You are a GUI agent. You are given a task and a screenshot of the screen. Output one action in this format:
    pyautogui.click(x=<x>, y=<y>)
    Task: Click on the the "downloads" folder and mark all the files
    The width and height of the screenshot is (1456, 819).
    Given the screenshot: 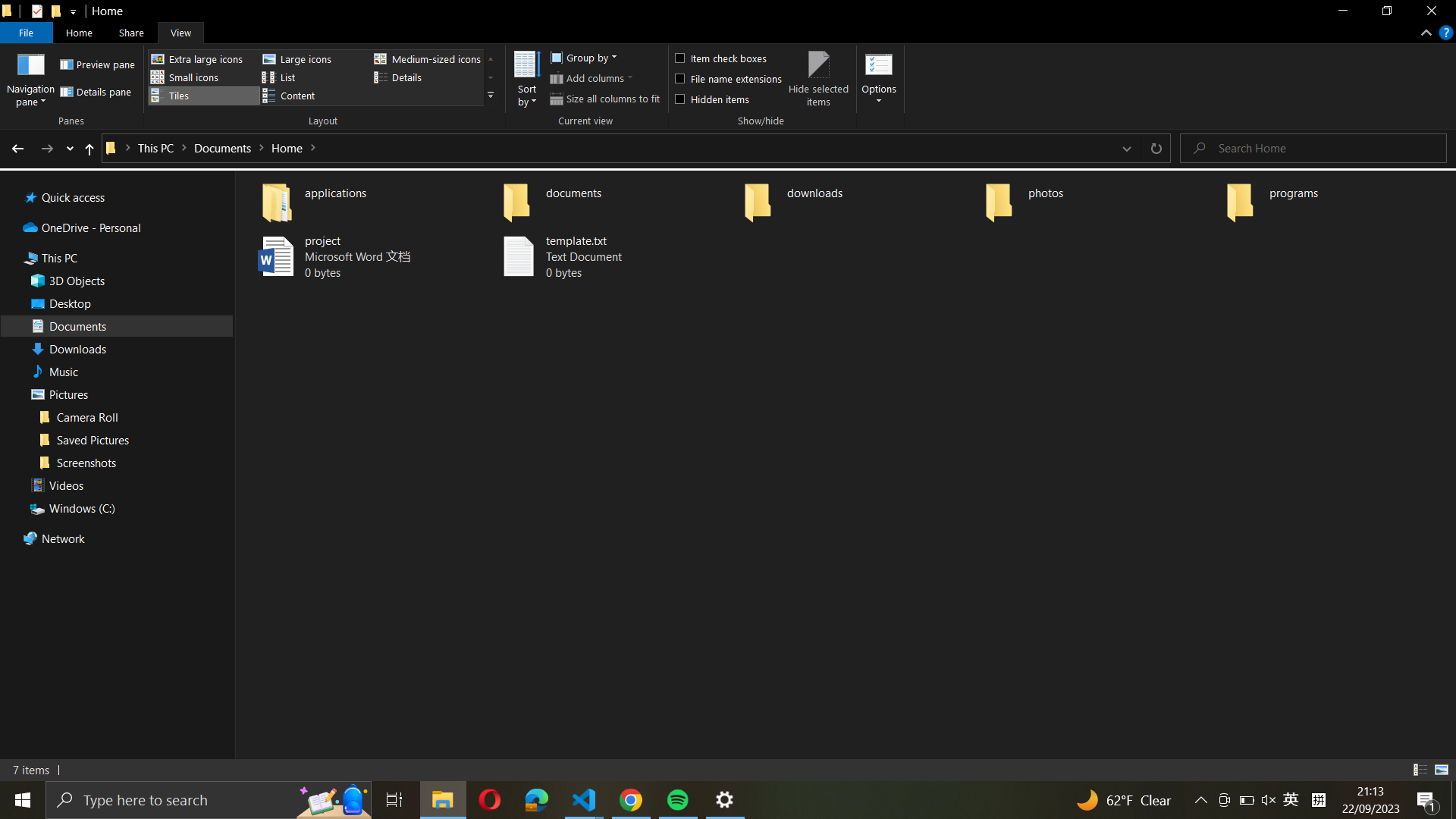 What is the action you would take?
    pyautogui.click(x=858, y=198)
    